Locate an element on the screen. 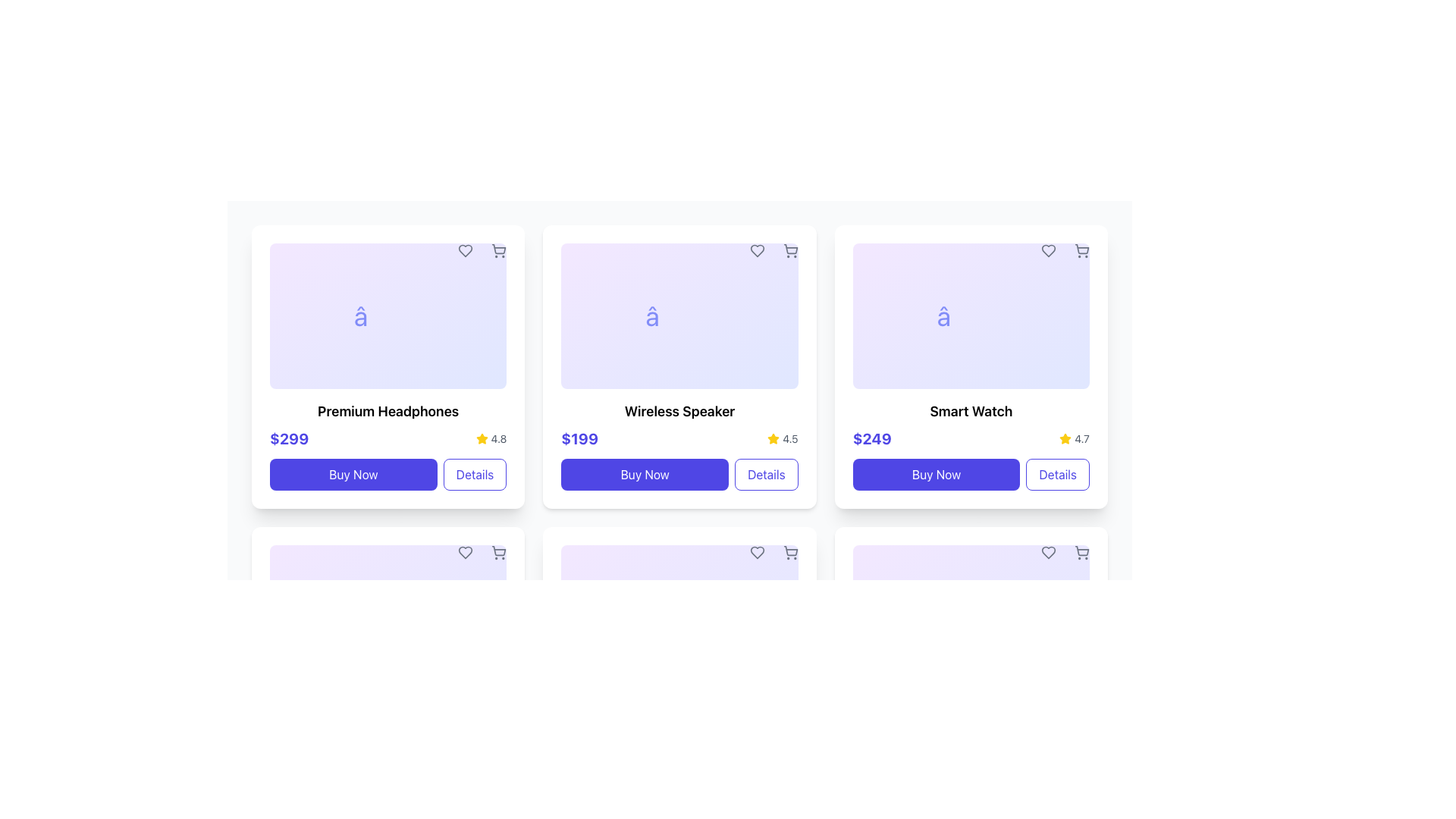  the red status marker positioned between the heart icon on the left and the cart icon on the right at the top-right corner of the card component is located at coordinates (482, 250).